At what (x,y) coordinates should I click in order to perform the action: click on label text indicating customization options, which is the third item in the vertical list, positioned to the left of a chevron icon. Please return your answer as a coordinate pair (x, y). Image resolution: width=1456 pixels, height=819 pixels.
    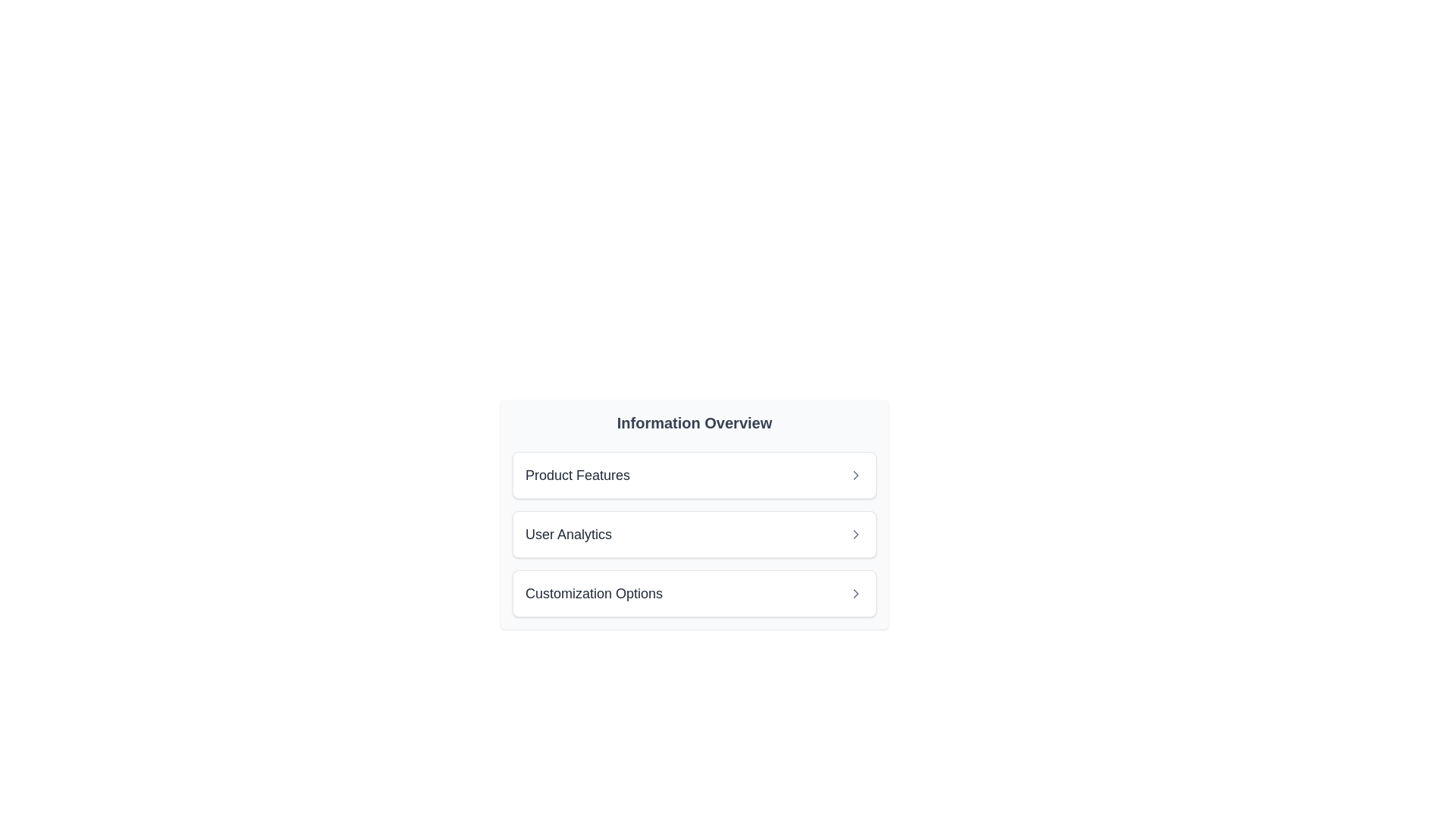
    Looking at the image, I should click on (593, 593).